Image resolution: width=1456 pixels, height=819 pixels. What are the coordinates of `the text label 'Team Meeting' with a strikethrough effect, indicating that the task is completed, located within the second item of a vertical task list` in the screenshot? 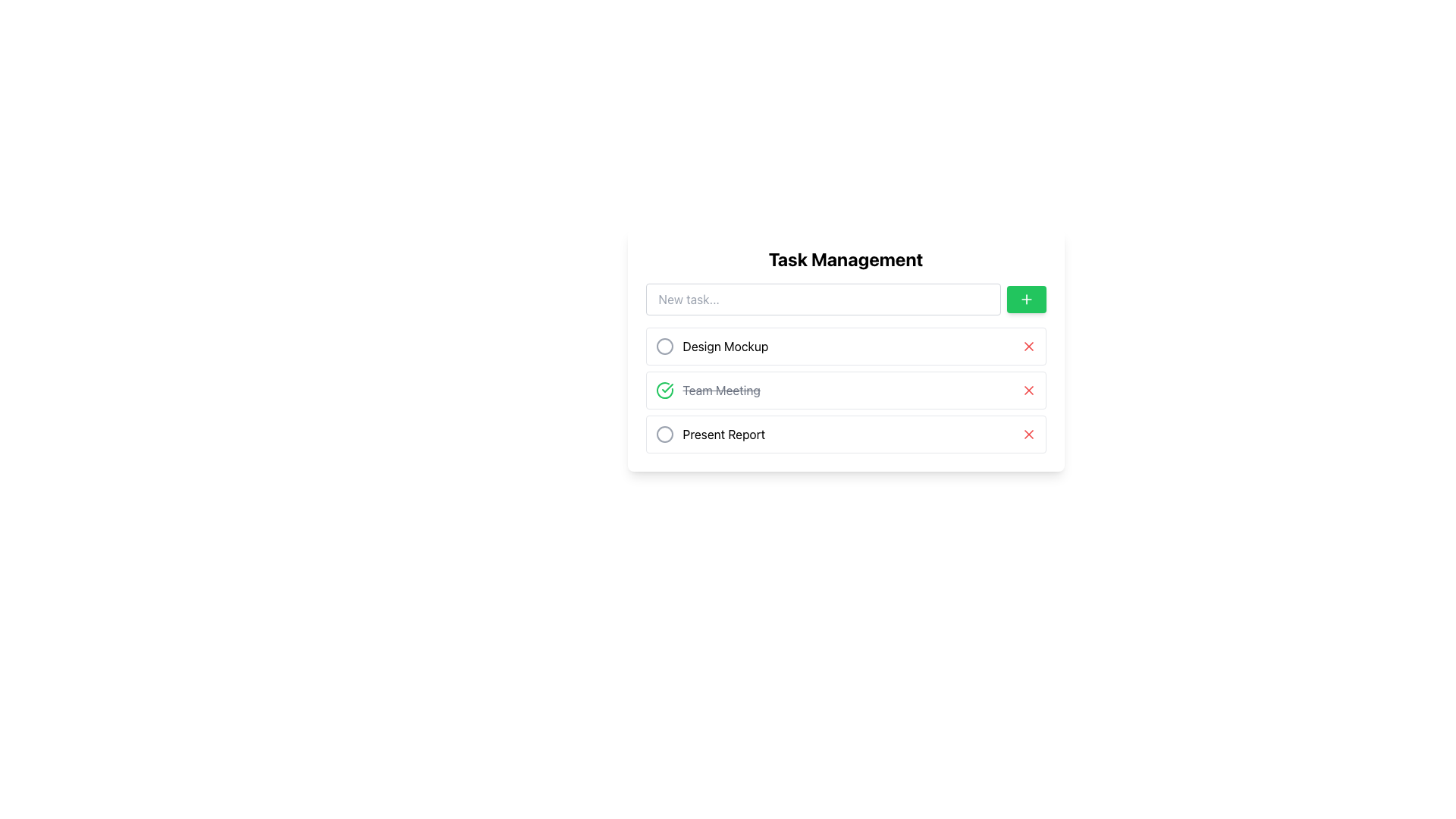 It's located at (707, 390).